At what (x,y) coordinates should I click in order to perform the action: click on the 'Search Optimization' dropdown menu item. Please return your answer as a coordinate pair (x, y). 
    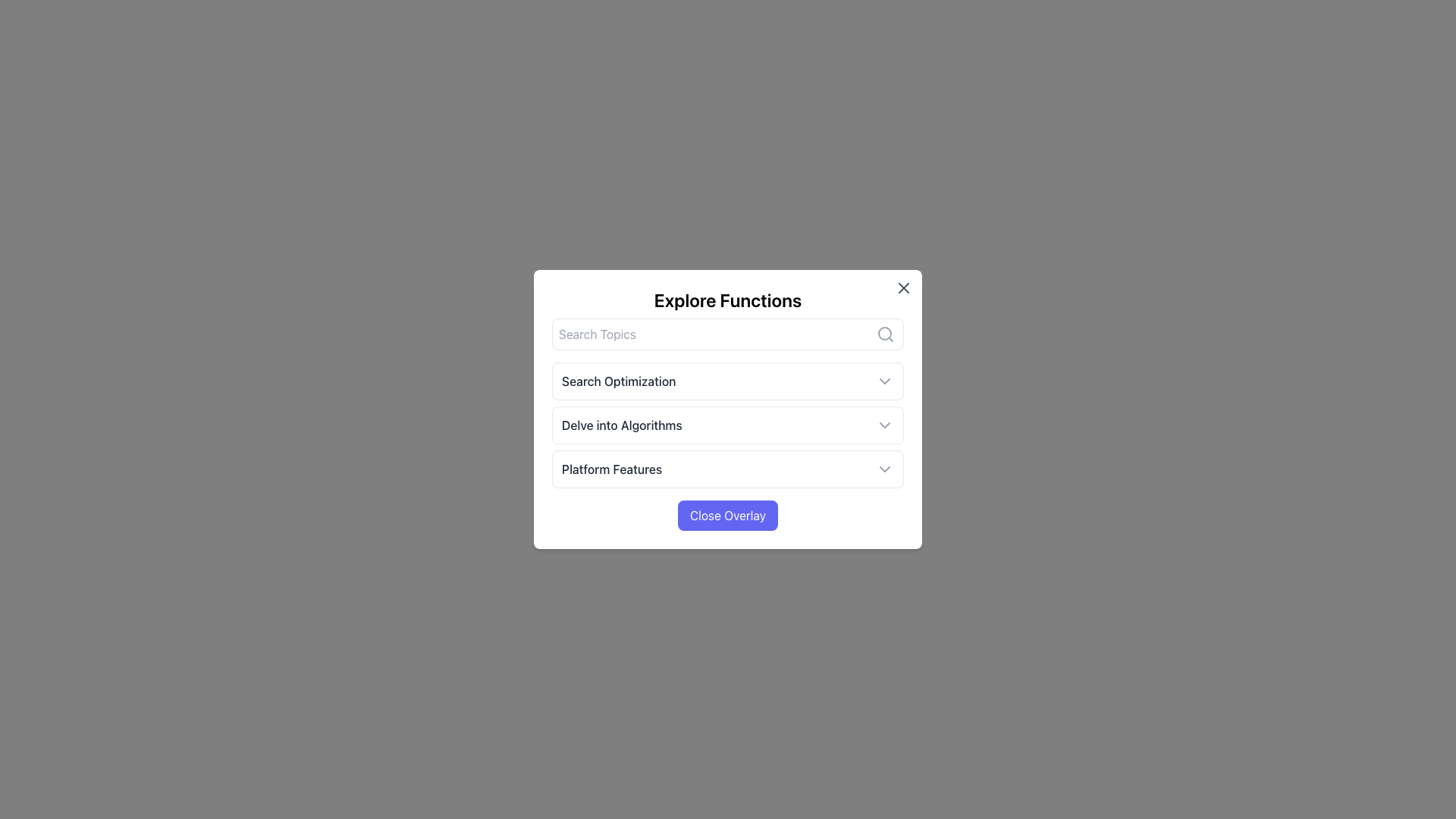
    Looking at the image, I should click on (728, 380).